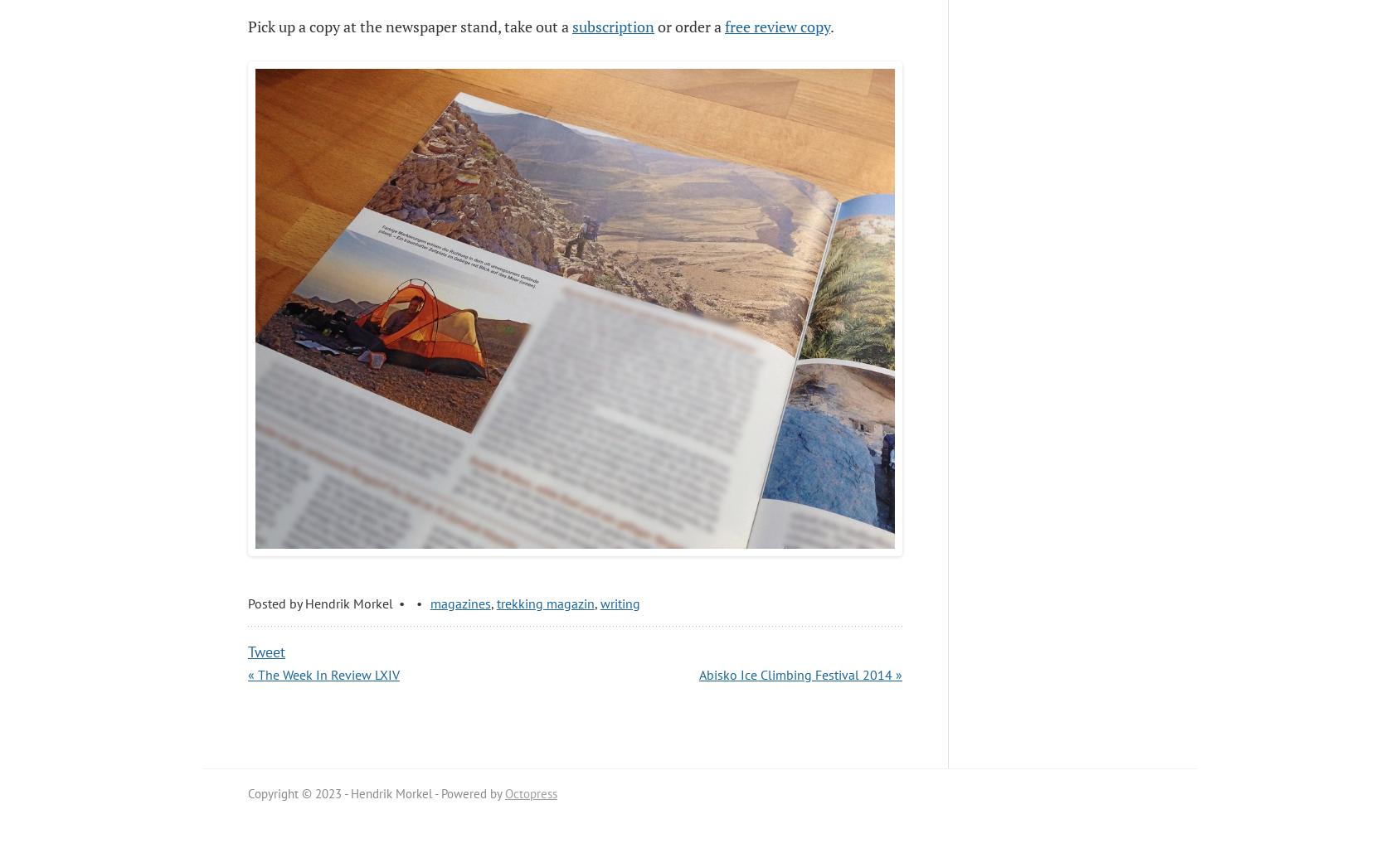 This screenshot has width=1400, height=853. Describe the element at coordinates (323, 674) in the screenshot. I see `'« The Week In Review LXIV'` at that location.